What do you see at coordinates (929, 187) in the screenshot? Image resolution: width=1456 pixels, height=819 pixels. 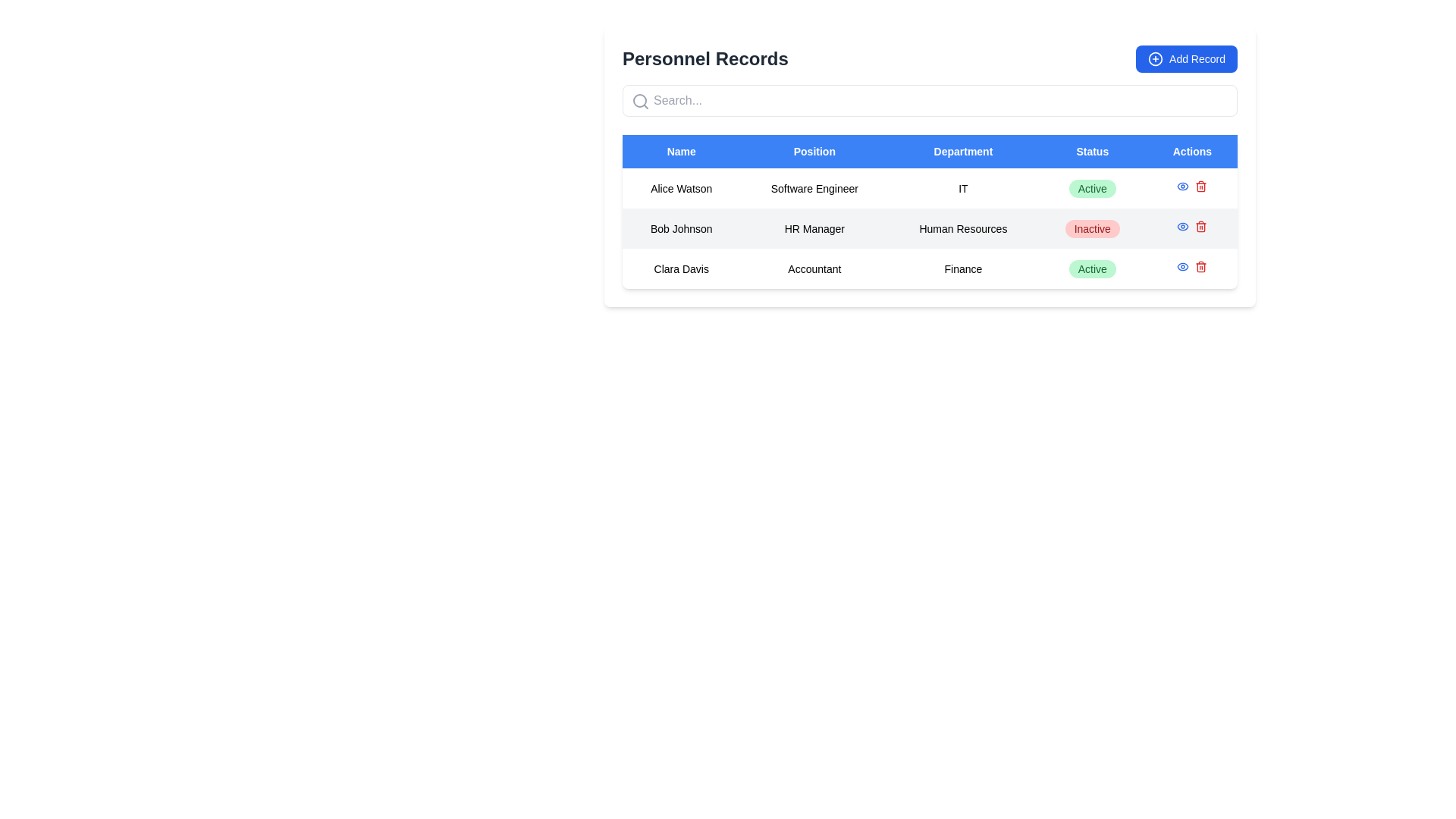 I see `the first row of the 'Personnel Records' table which contains information about 'Alice Watson', including her position, department, and status, by clicking on it` at bounding box center [929, 187].